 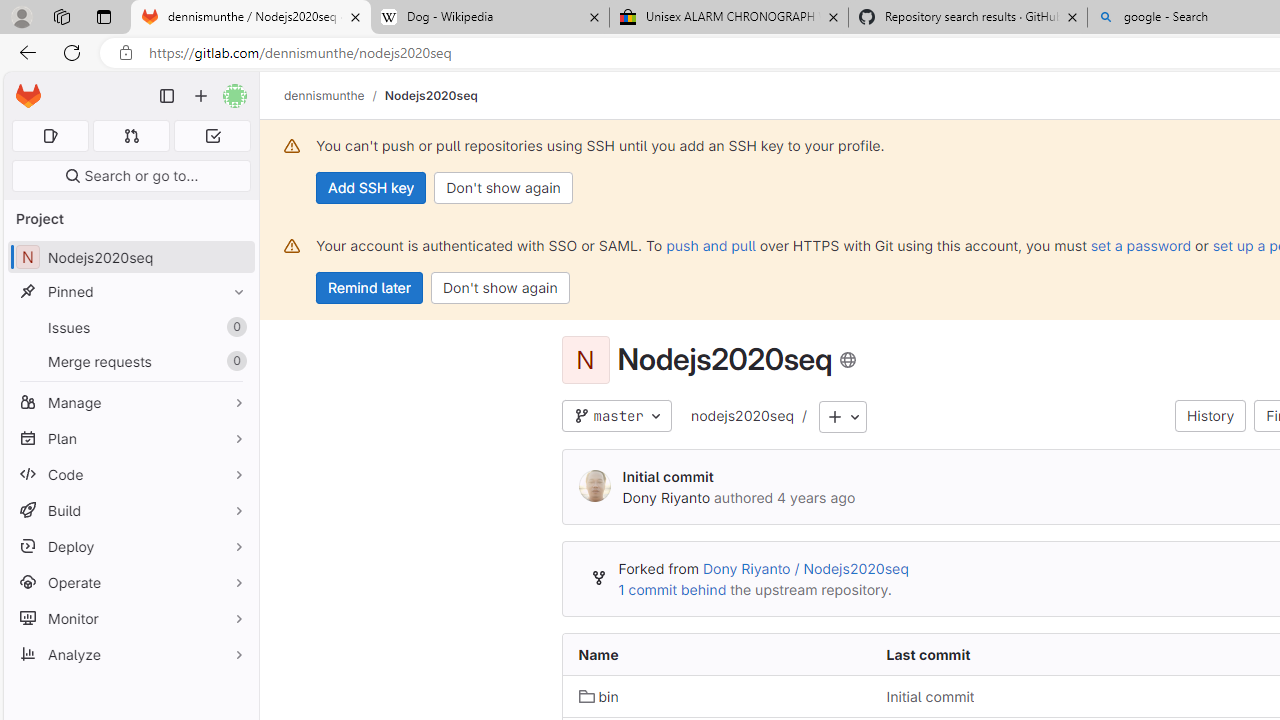 I want to click on 'Plan', so click(x=130, y=437).